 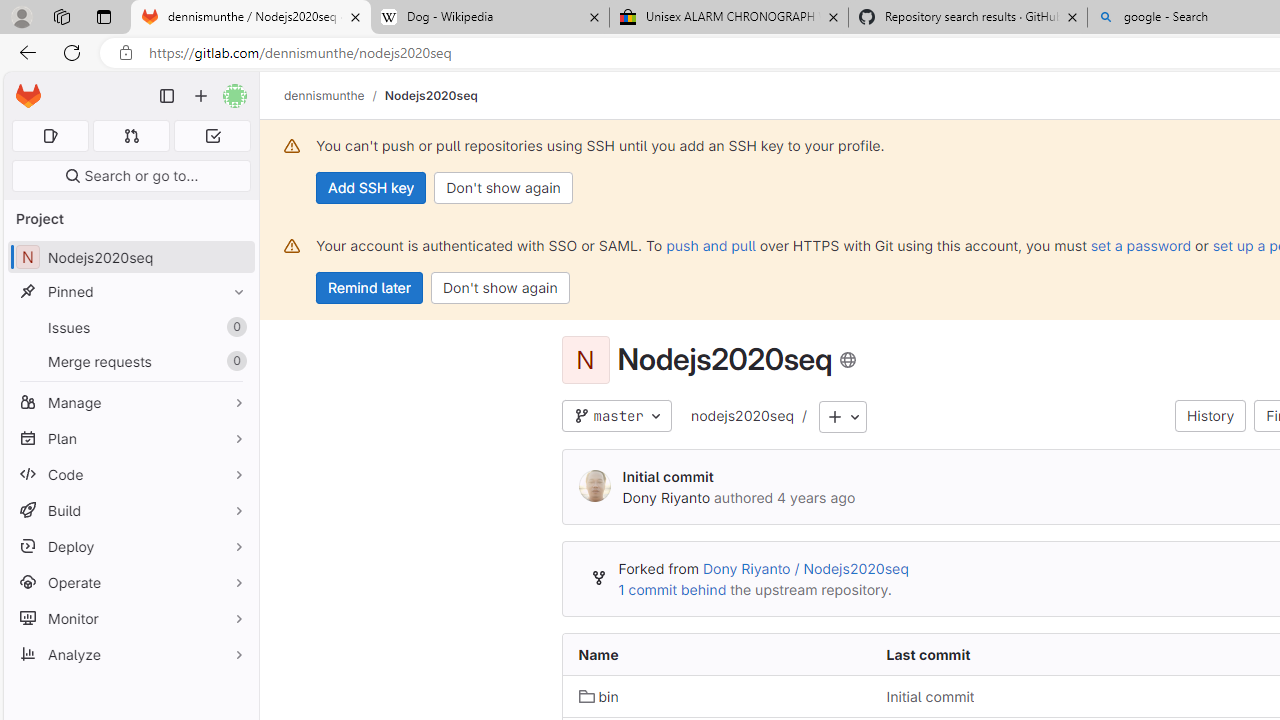 I want to click on 'Plan', so click(x=130, y=437).